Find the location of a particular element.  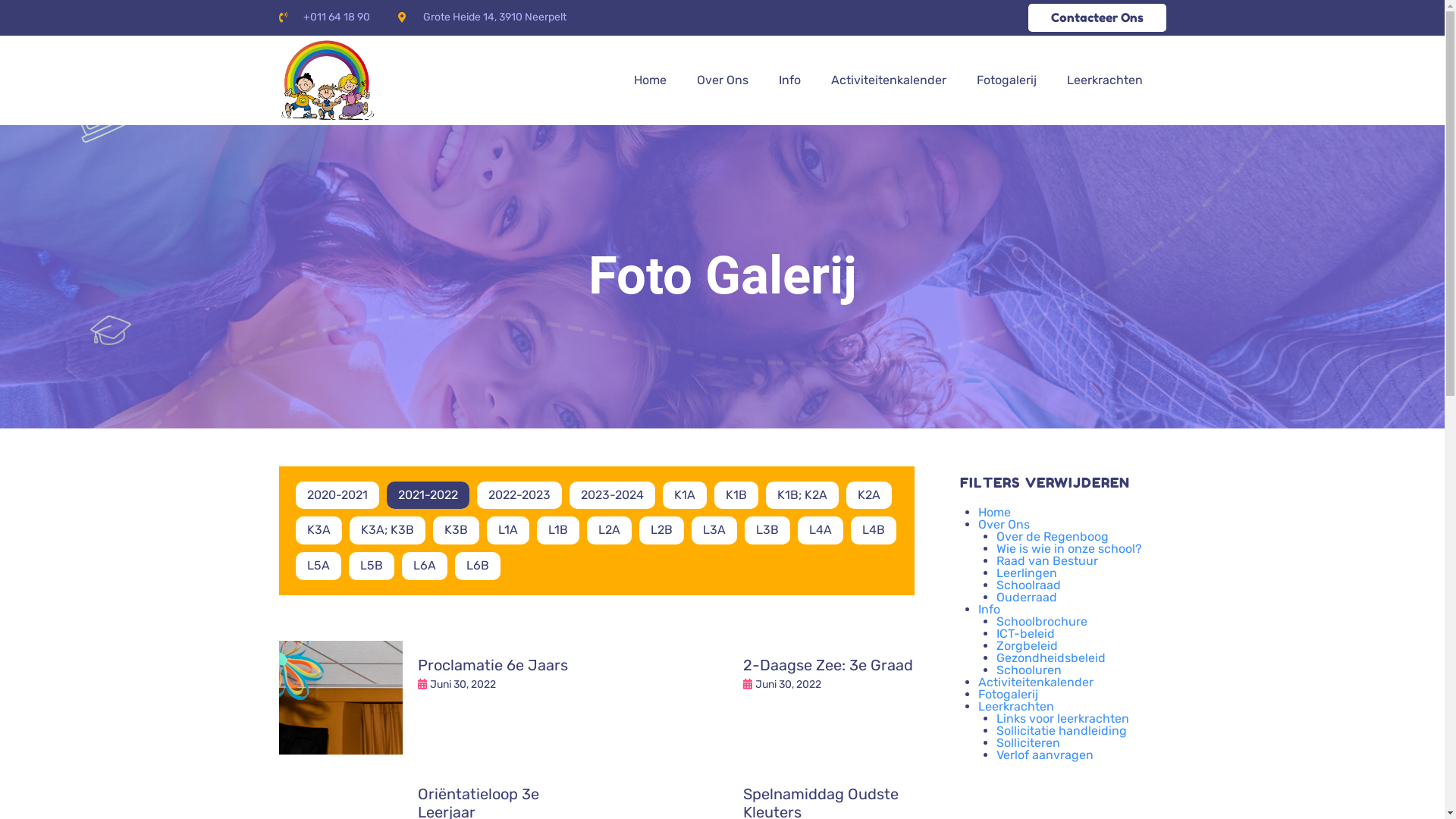

'Schooluren' is located at coordinates (996, 669).